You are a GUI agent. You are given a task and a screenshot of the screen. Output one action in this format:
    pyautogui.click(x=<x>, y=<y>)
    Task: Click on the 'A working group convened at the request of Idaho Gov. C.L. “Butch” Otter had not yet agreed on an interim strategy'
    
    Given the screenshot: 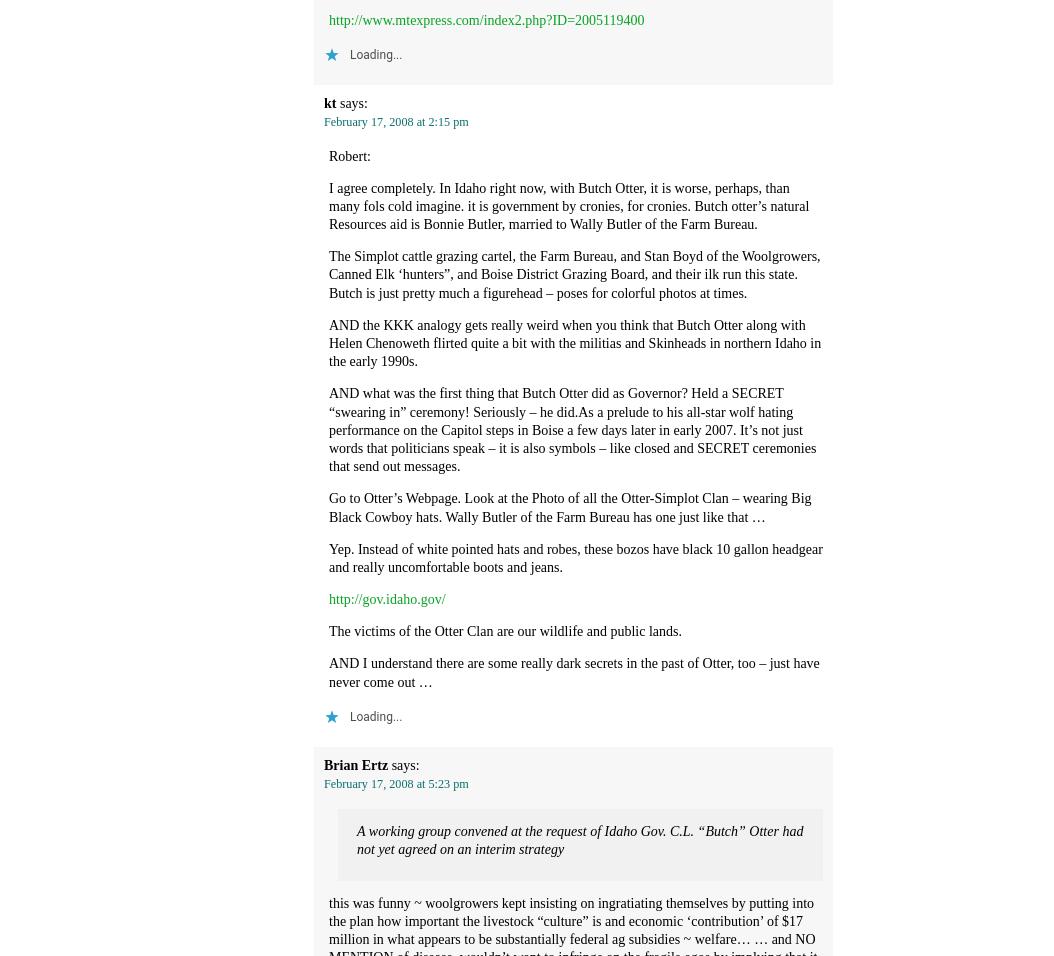 What is the action you would take?
    pyautogui.click(x=356, y=840)
    